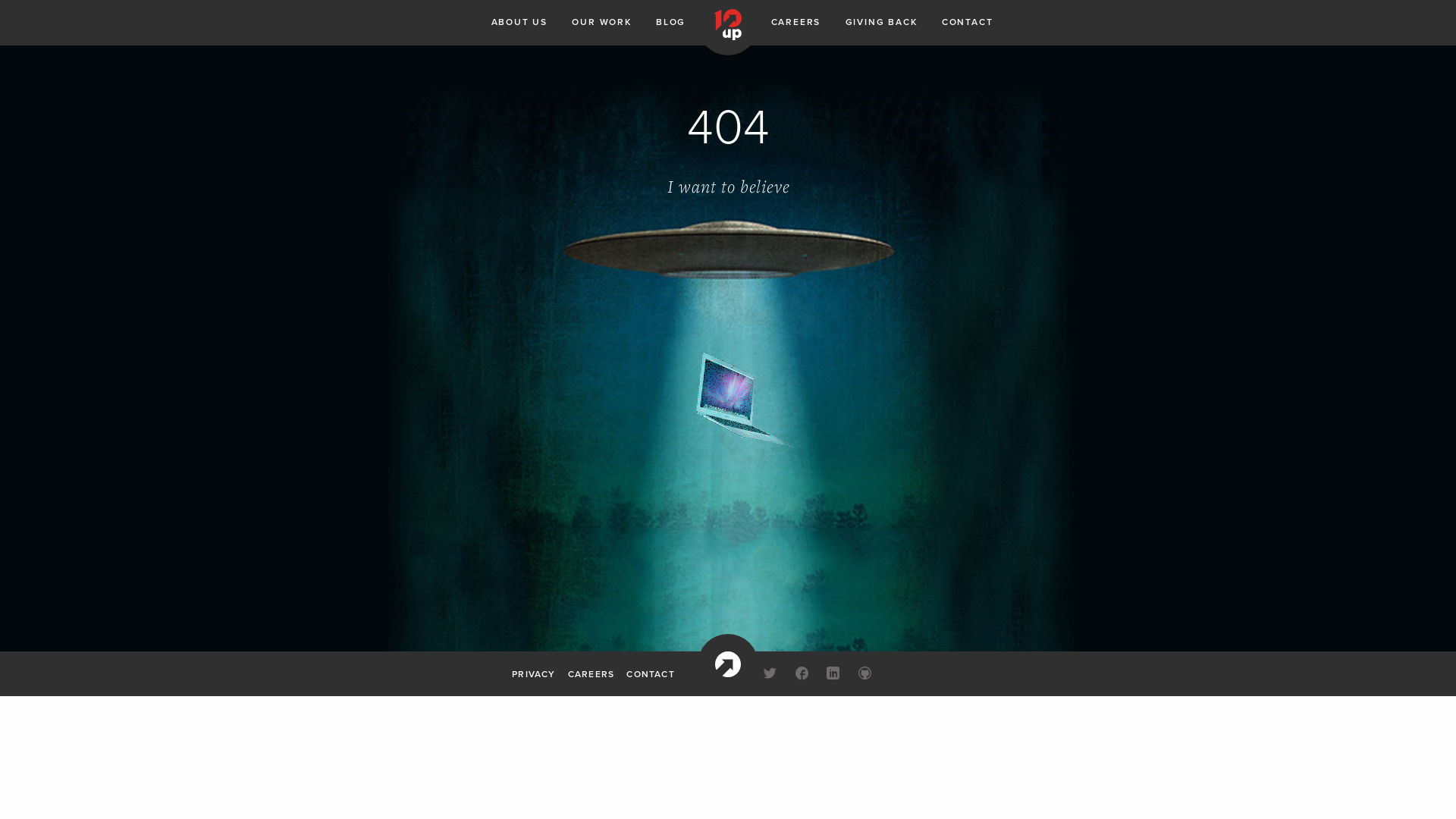 Image resolution: width=1456 pixels, height=819 pixels. What do you see at coordinates (650, 672) in the screenshot?
I see `'CONTACT'` at bounding box center [650, 672].